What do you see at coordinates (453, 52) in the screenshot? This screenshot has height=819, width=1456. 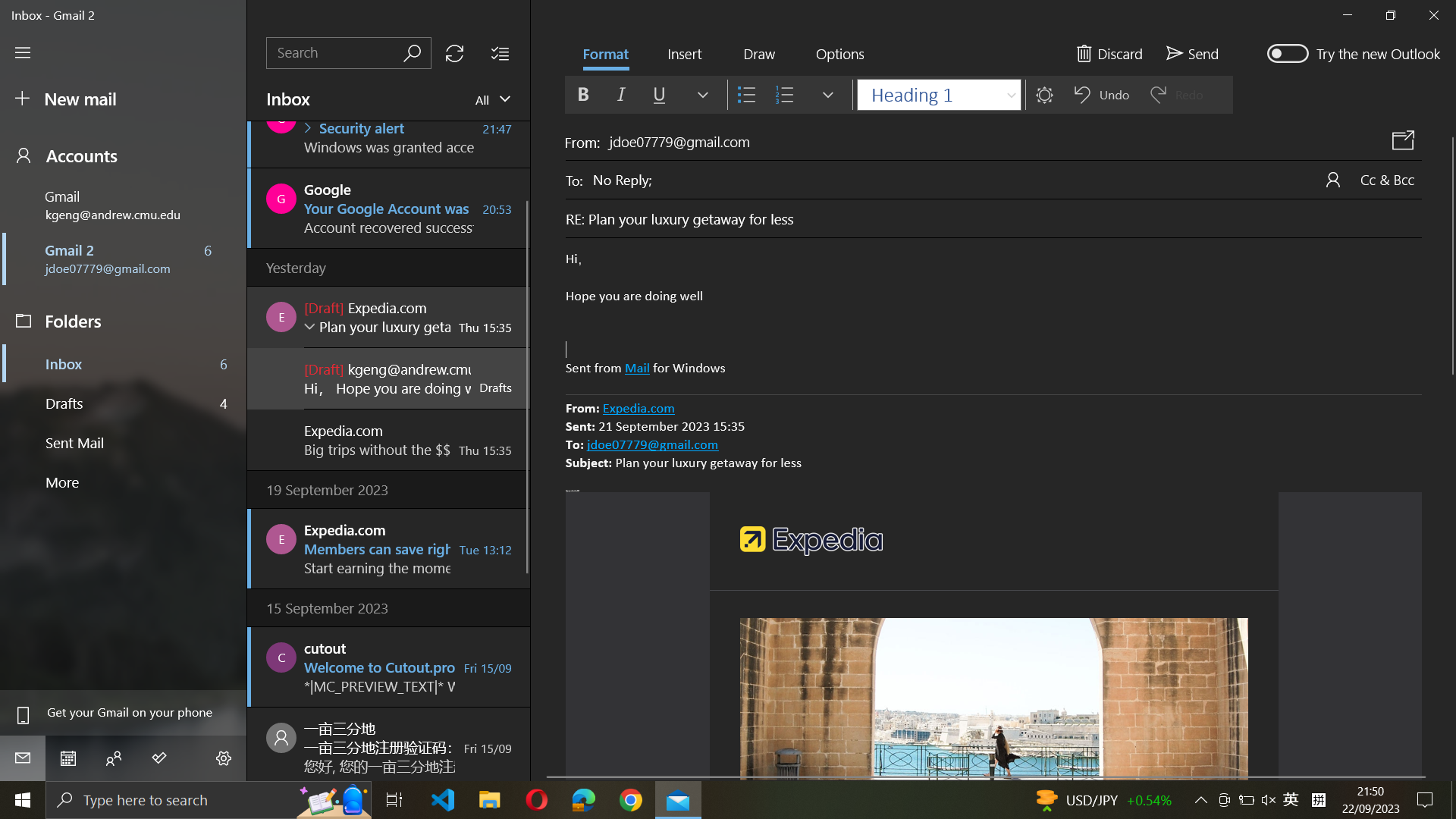 I see `Repopulate the inbox` at bounding box center [453, 52].